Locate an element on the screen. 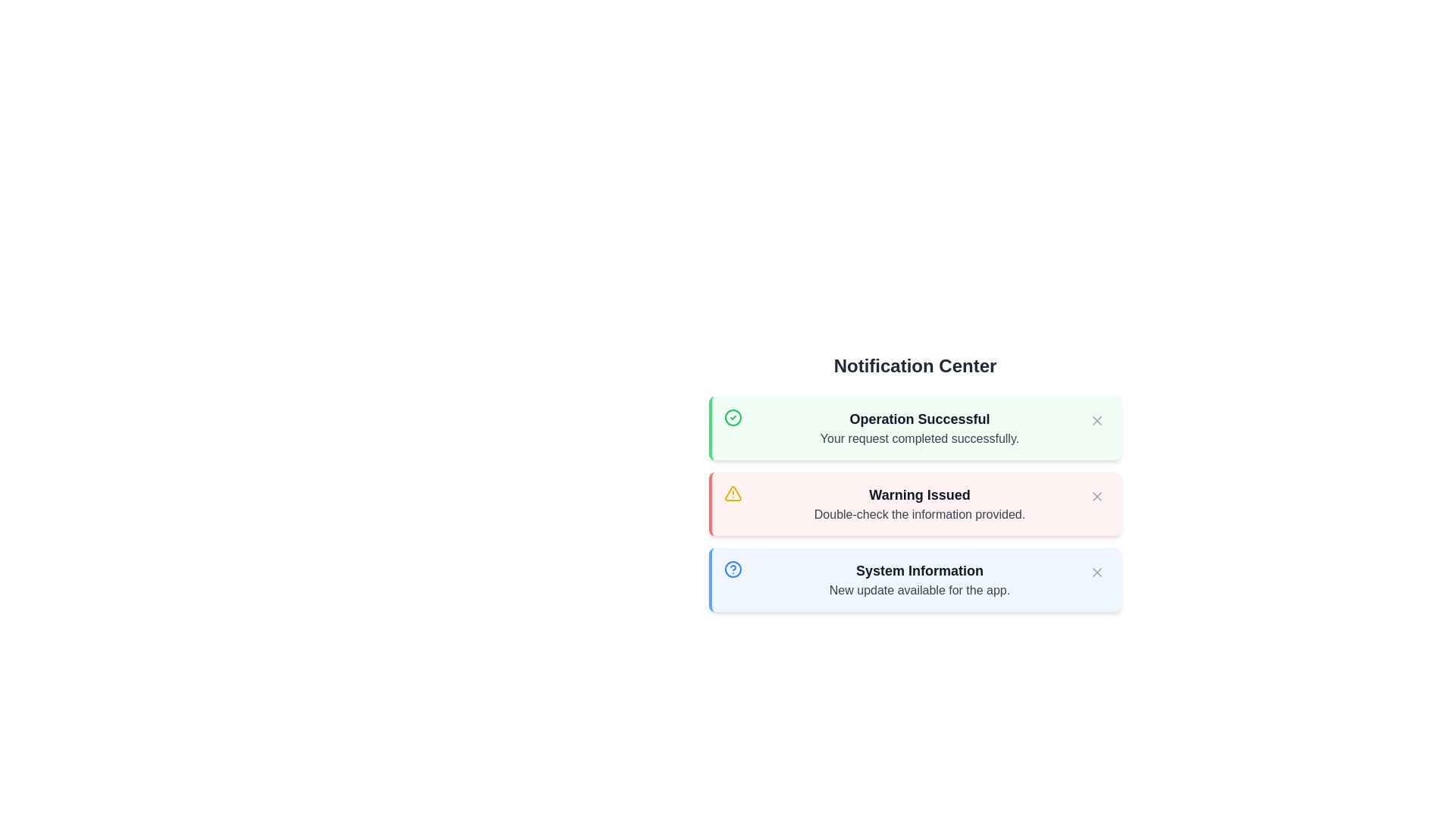 Image resolution: width=1456 pixels, height=819 pixels. the dismiss button located at the top-right corner of the 'Warning Issued' notification card is located at coordinates (1097, 497).